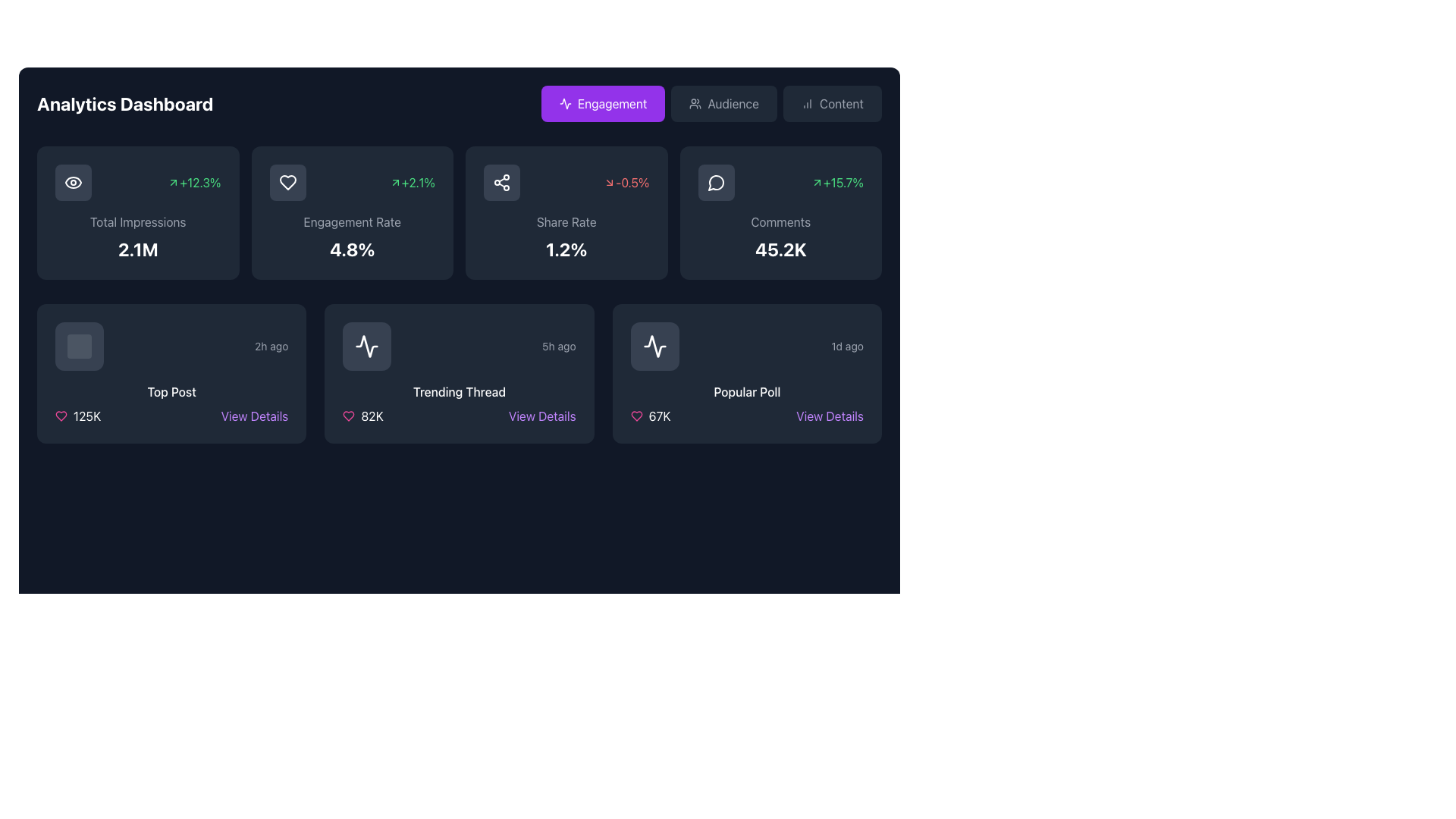 The image size is (1456, 819). What do you see at coordinates (780, 248) in the screenshot?
I see `the Text display that shows the numerical count of comments, located below the 'Comments' label and within a contextual background block` at bounding box center [780, 248].